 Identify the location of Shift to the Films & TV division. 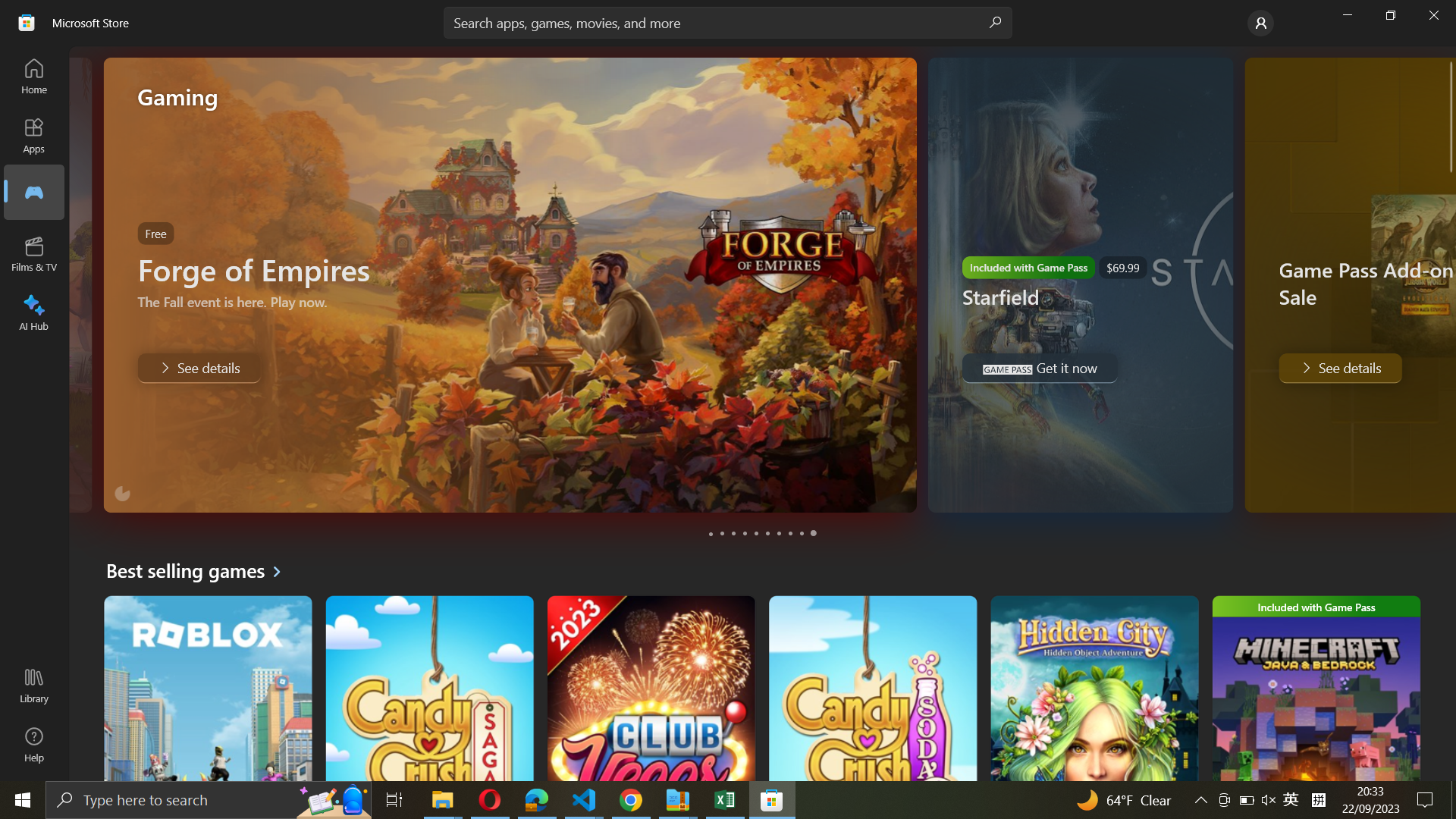
(35, 253).